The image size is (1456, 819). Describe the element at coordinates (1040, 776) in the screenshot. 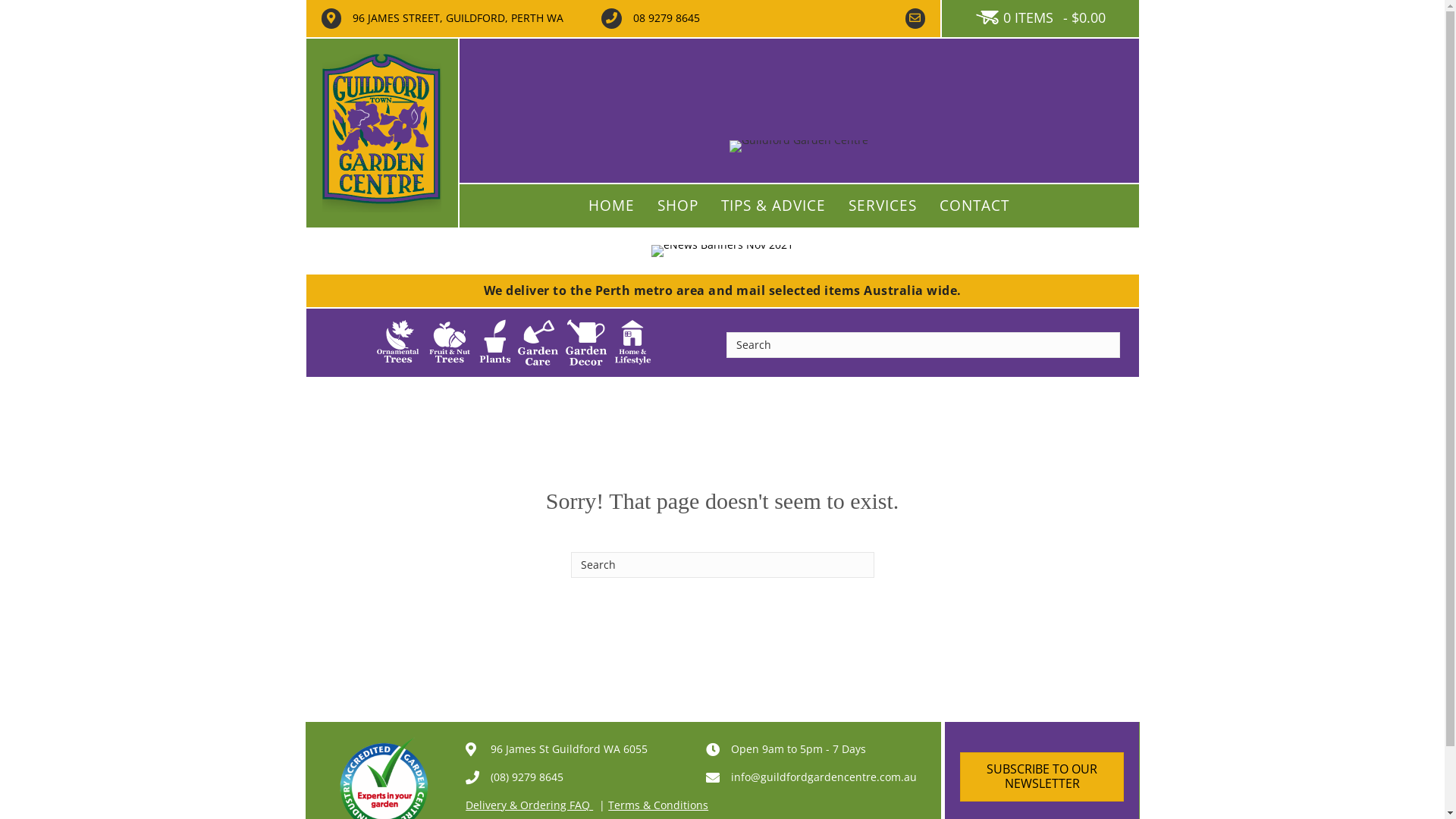

I see `'SUBSCRIBE TO OUR NEWSLETTER'` at that location.